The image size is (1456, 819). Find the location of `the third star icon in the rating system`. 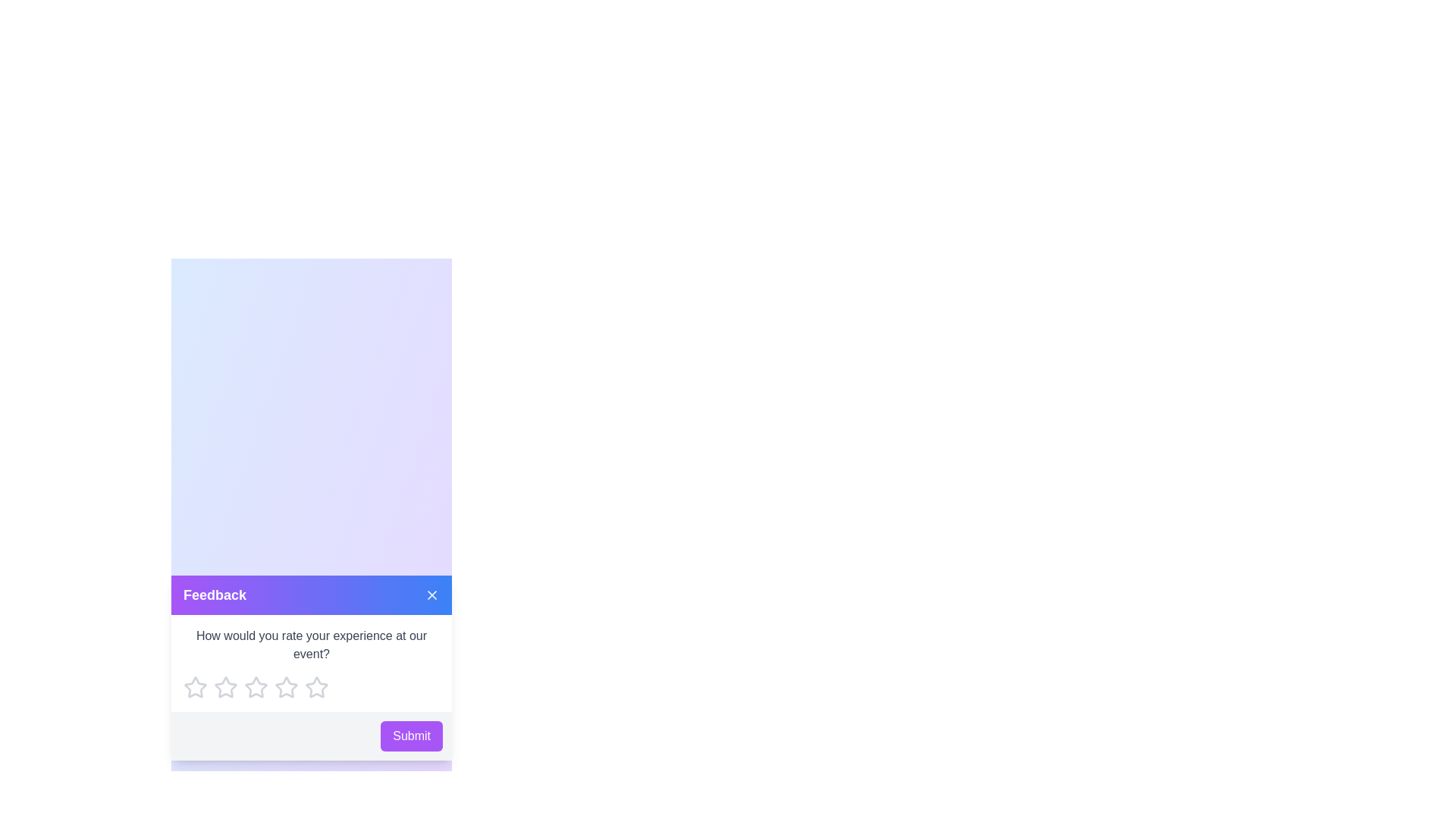

the third star icon in the rating system is located at coordinates (287, 687).